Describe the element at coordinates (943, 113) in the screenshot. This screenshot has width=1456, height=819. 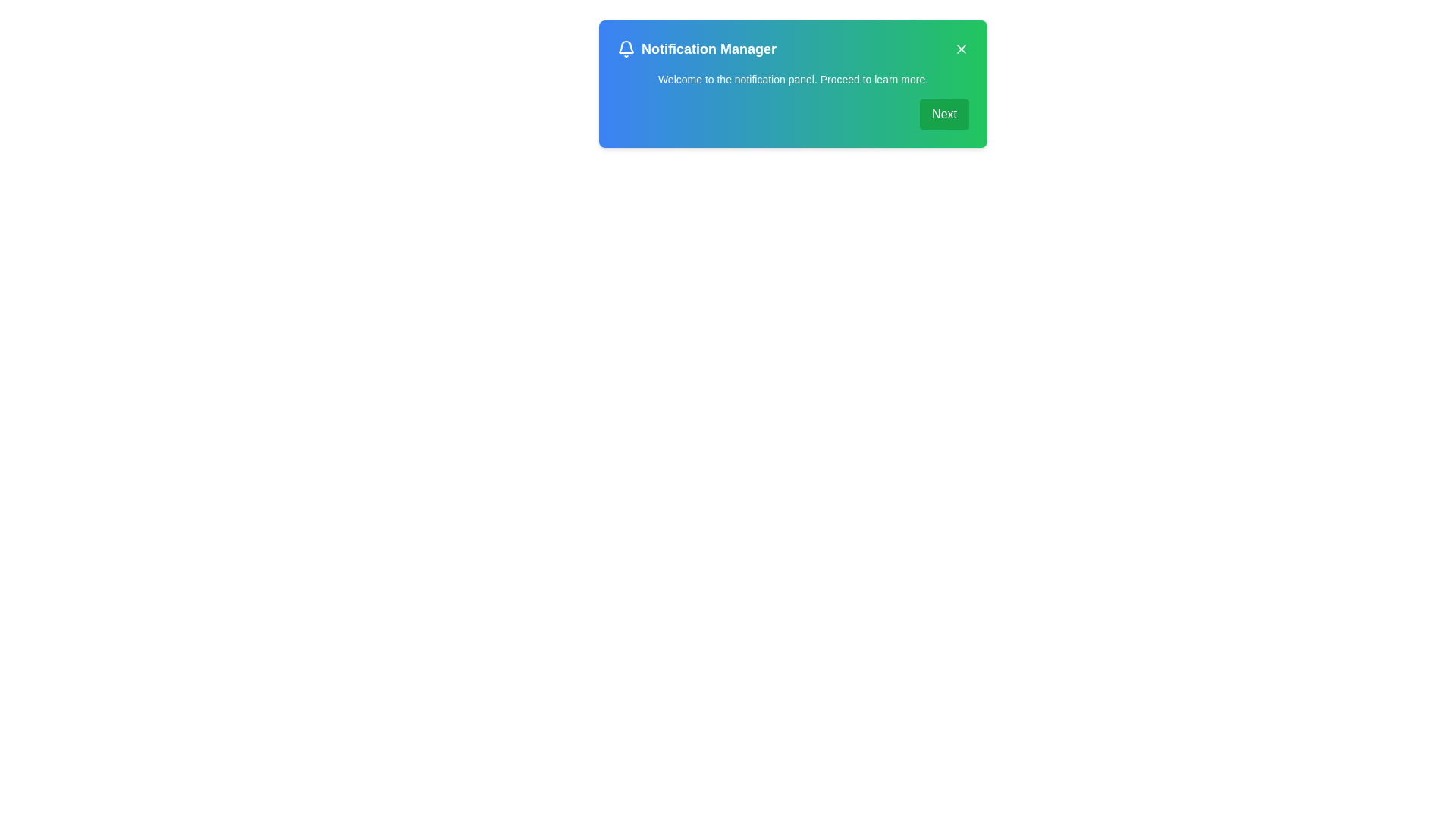
I see `the 'Next' button to proceed to the next step` at that location.